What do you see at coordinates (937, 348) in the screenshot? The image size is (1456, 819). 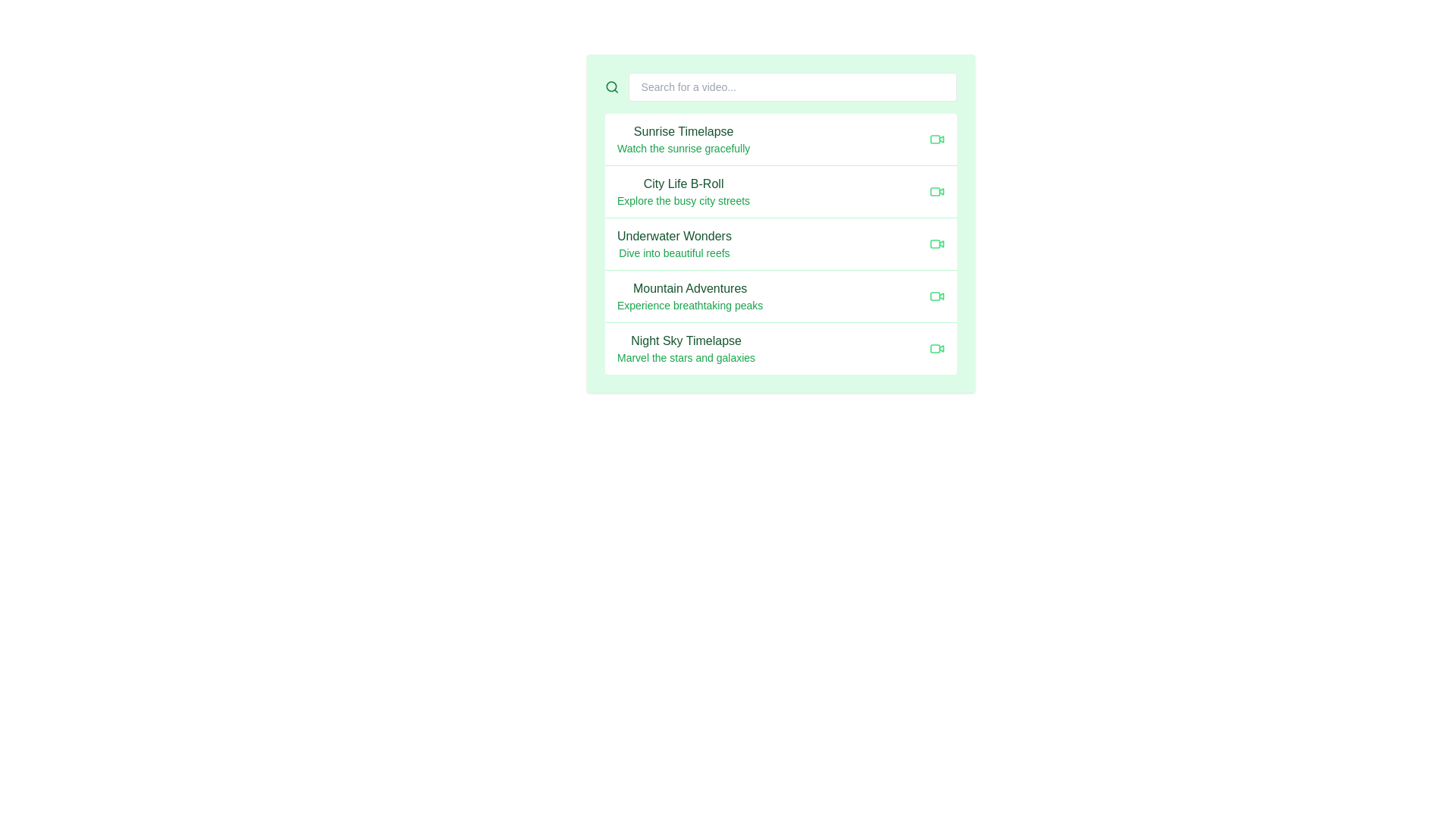 I see `the green video camera icon located at the far right end of the row containing the title 'Night Sky Timelapse' and the description 'Marvel the stars and galaxies.'` at bounding box center [937, 348].